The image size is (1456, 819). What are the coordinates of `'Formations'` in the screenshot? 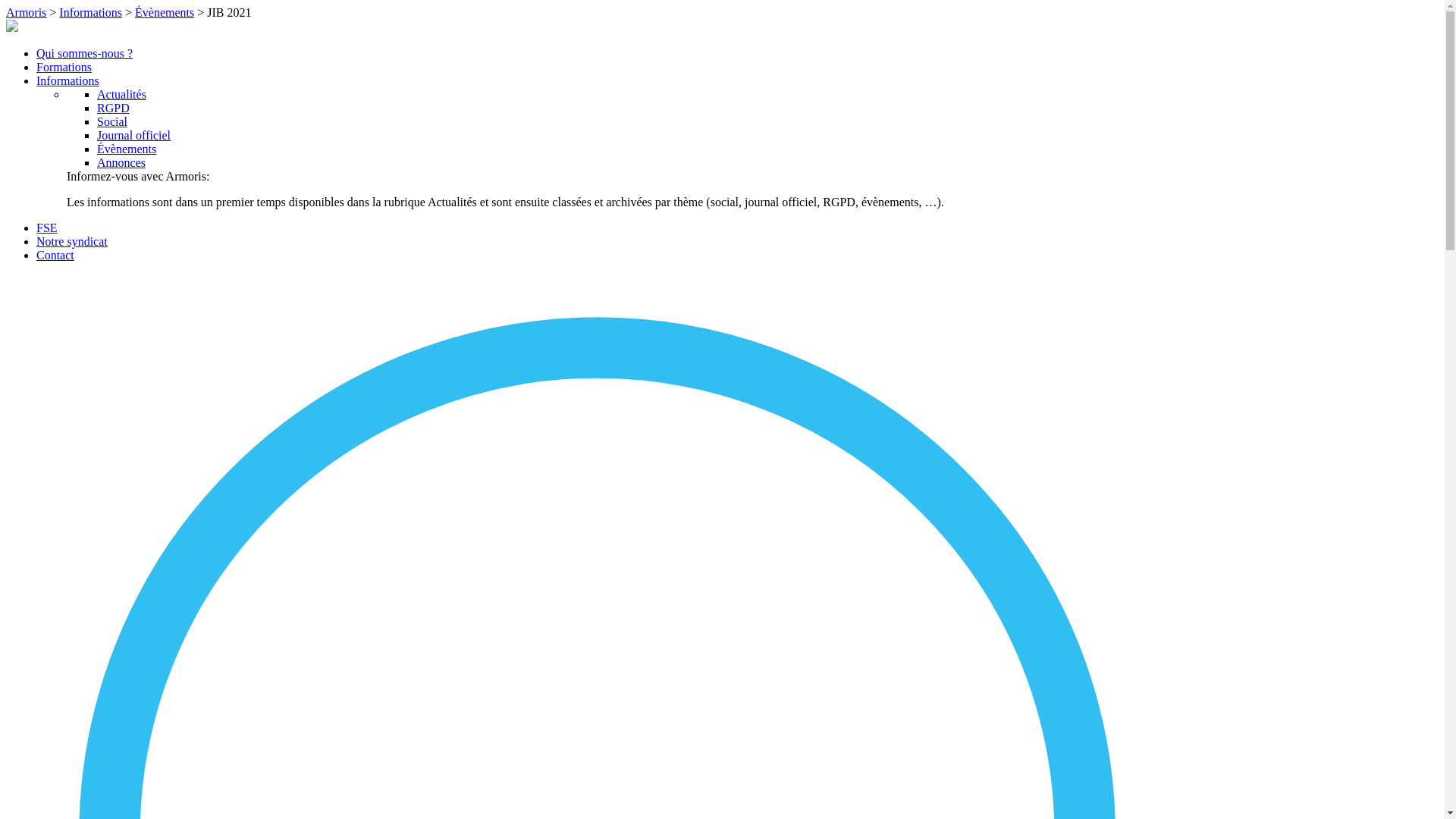 It's located at (63, 66).